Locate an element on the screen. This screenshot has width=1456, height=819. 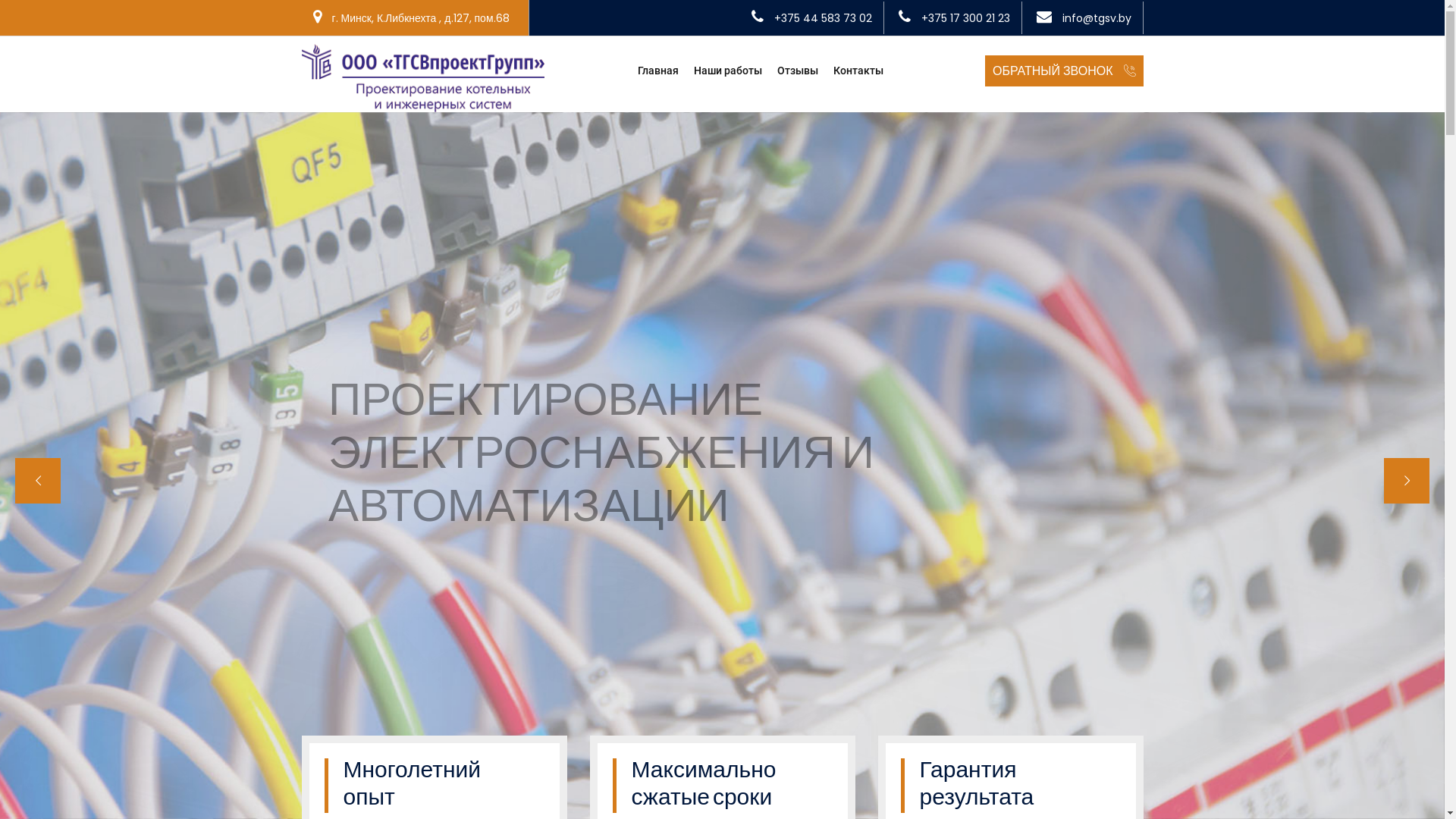
'+375 44 583 73 02' is located at coordinates (821, 17).